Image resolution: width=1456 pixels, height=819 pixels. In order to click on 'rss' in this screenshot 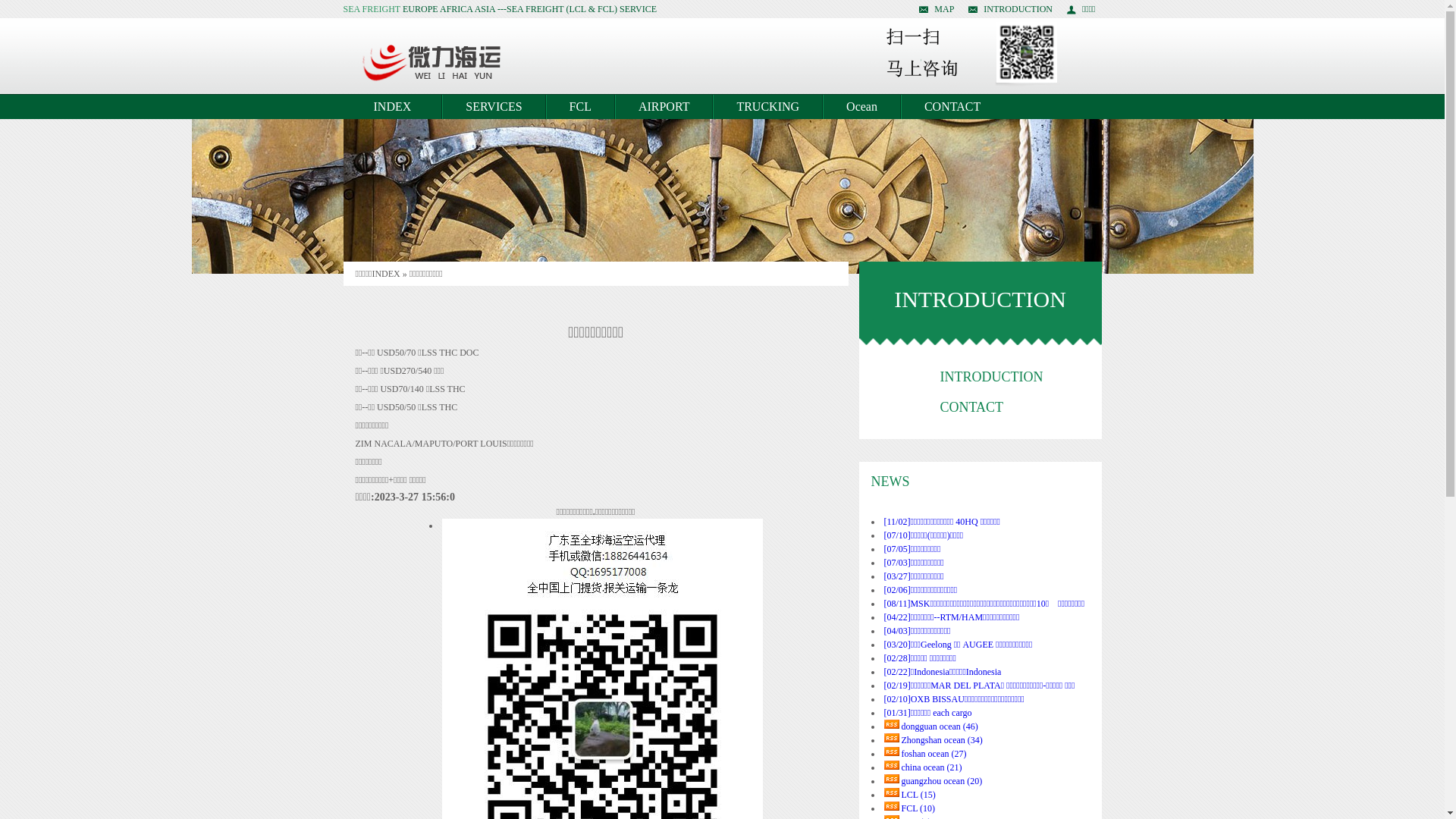, I will do `click(892, 765)`.